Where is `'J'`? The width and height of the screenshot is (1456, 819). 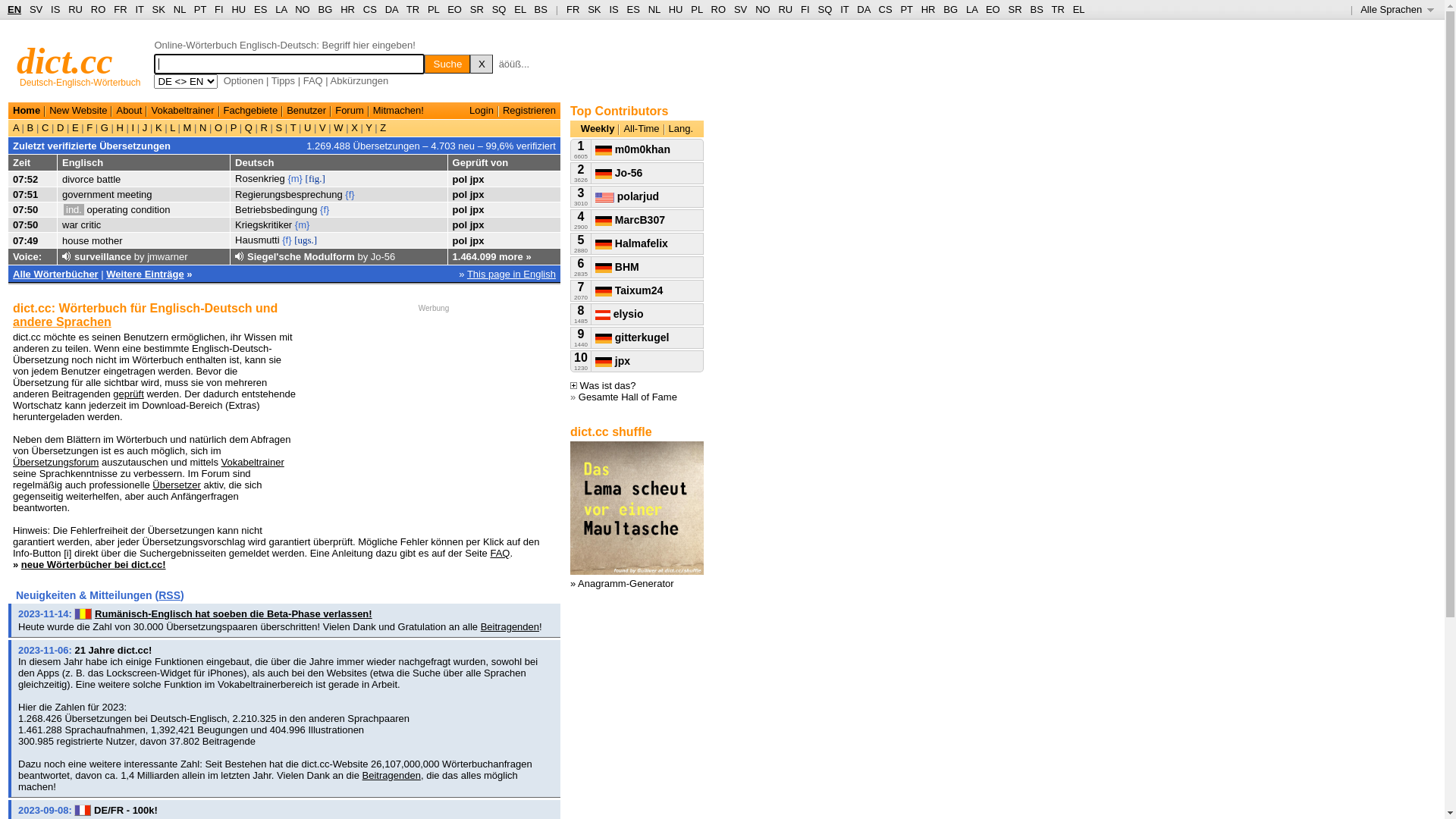 'J' is located at coordinates (145, 127).